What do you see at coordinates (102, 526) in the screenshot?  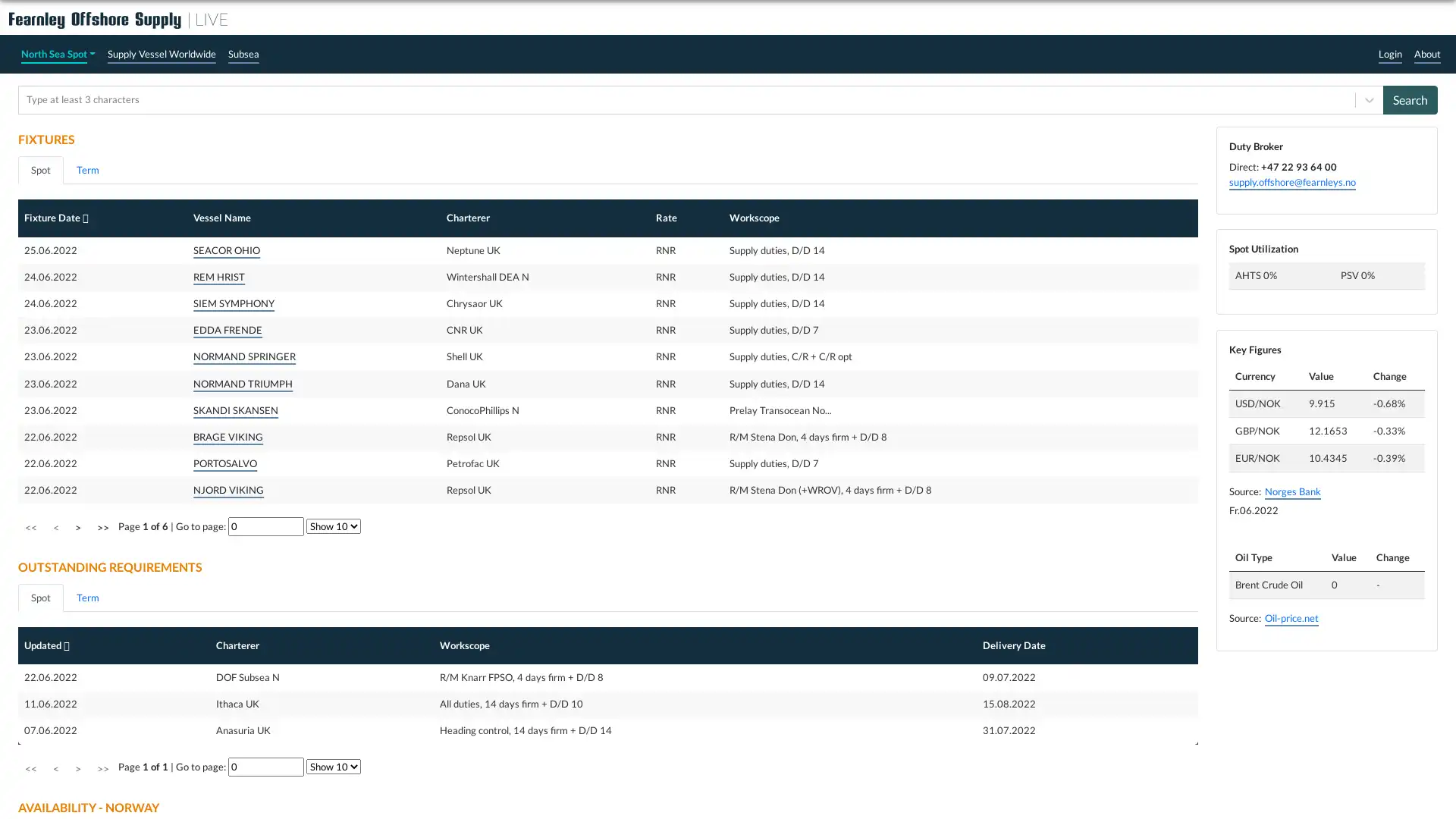 I see `>>` at bounding box center [102, 526].